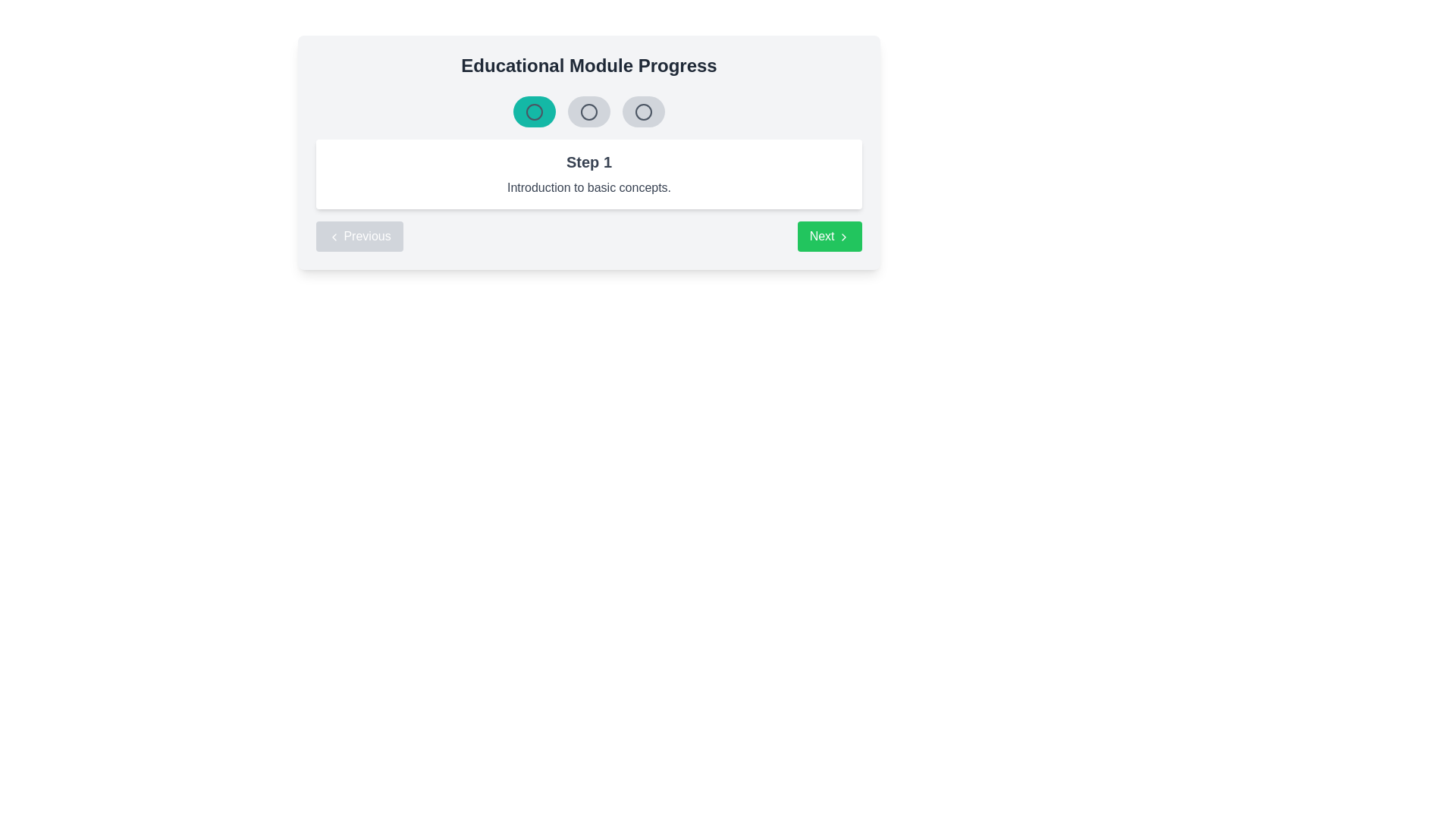 The image size is (1456, 819). What do you see at coordinates (644, 110) in the screenshot?
I see `the third circular icon at the top center of the interface, which serves as a status or progress indicator` at bounding box center [644, 110].